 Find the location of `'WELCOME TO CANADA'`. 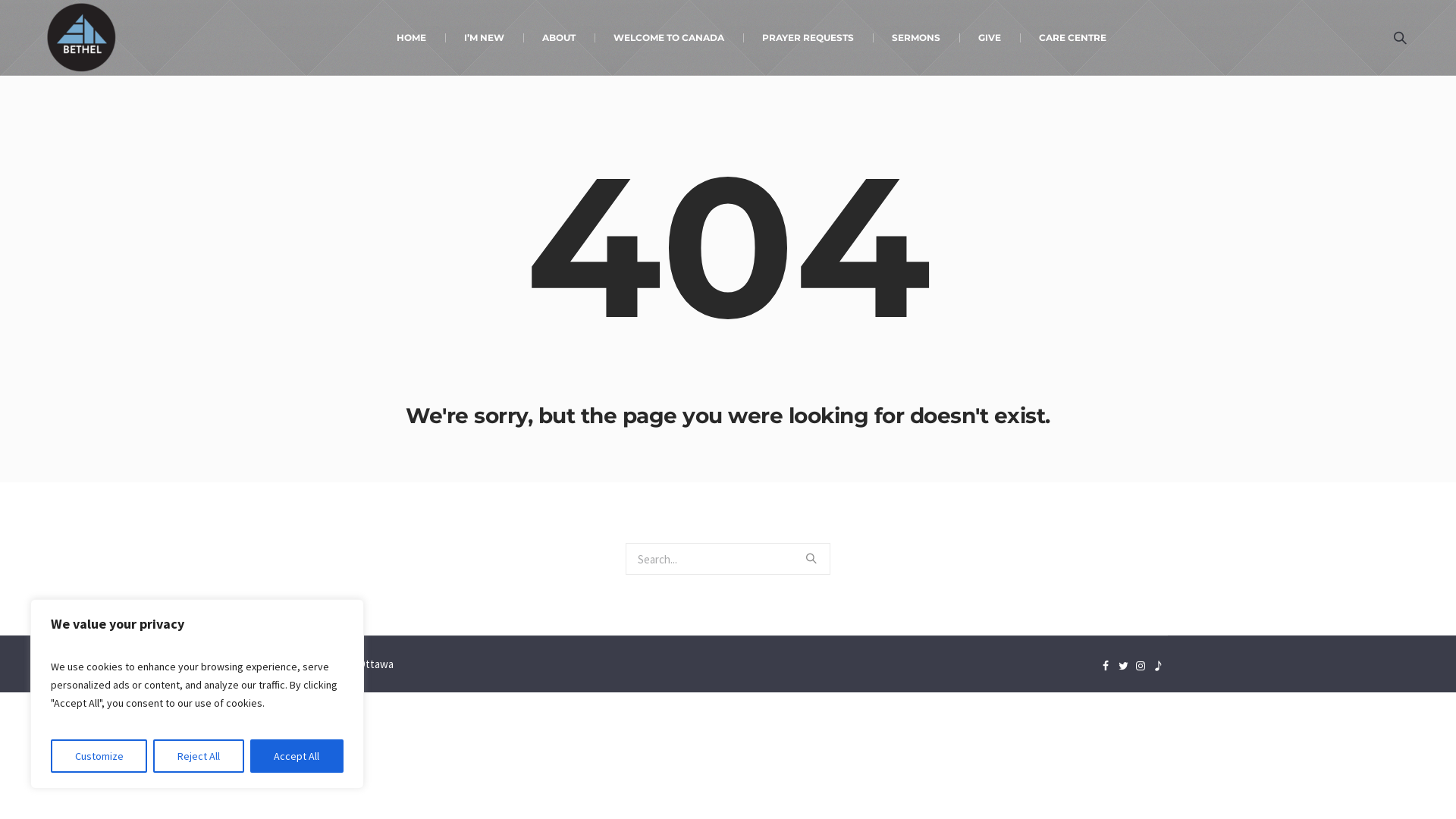

'WELCOME TO CANADA' is located at coordinates (668, 36).